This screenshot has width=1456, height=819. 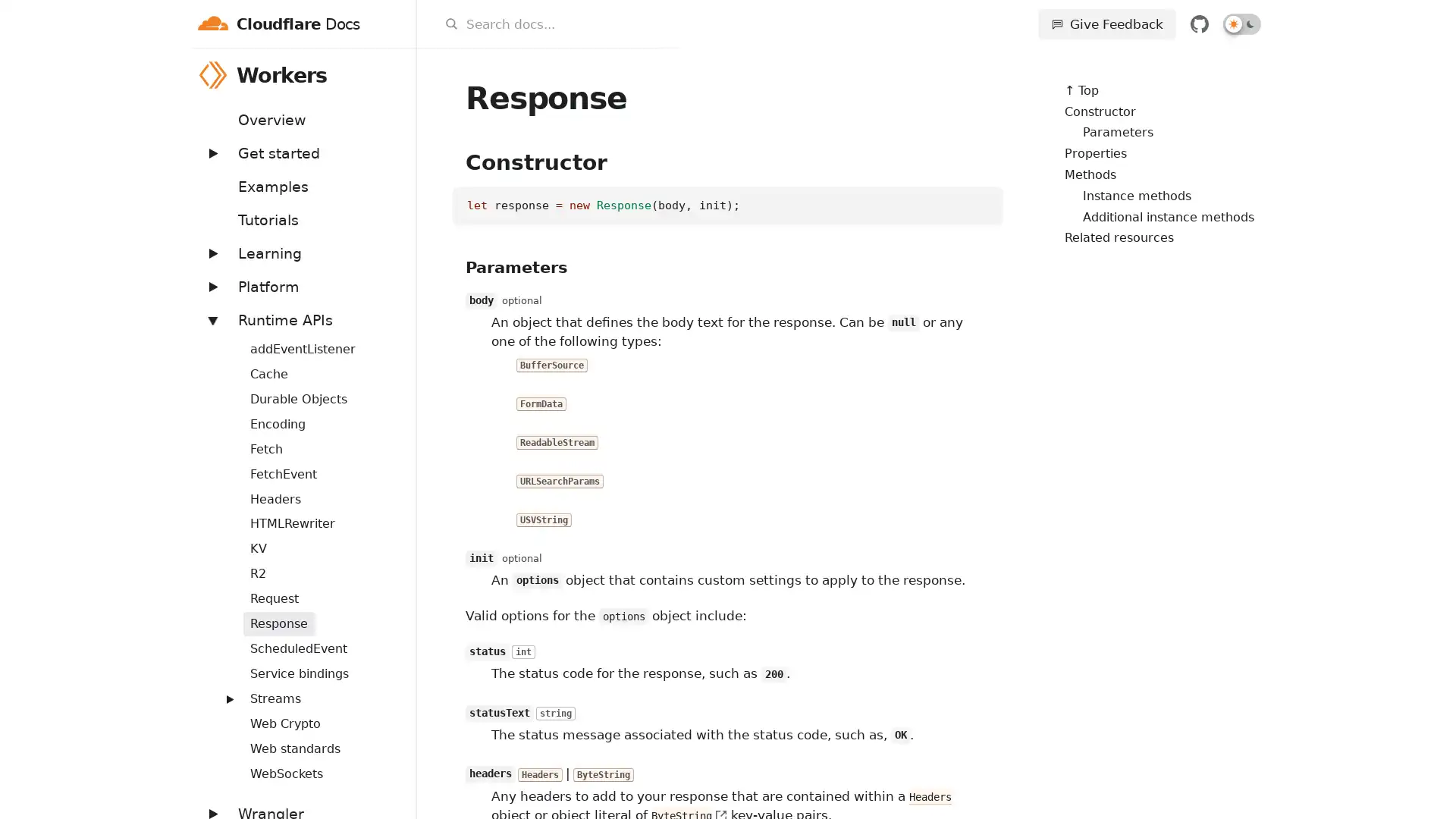 I want to click on Expand: Learning, so click(x=211, y=252).